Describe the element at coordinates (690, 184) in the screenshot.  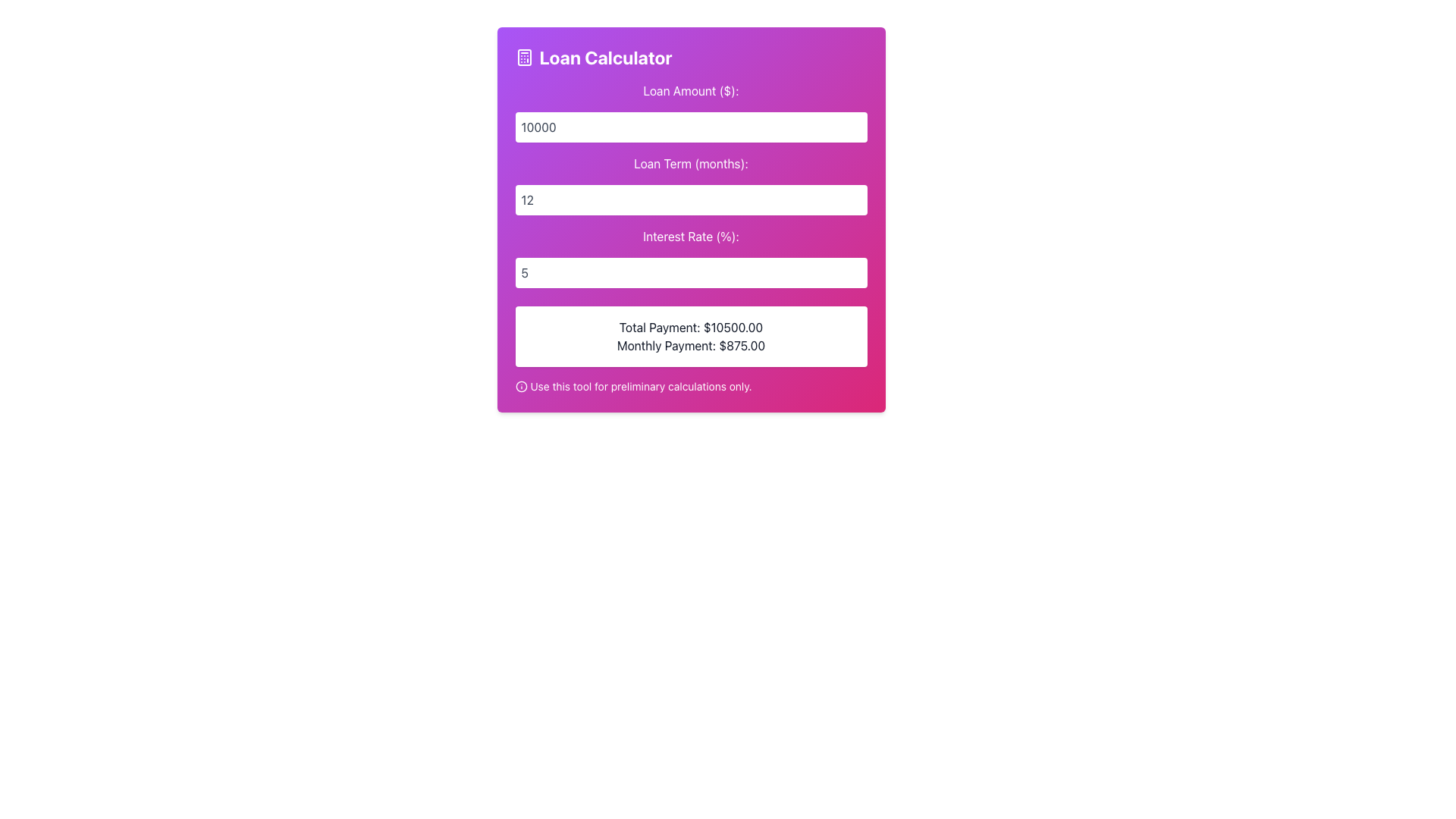
I see `the labels in the Loan Calculator Form Section` at that location.